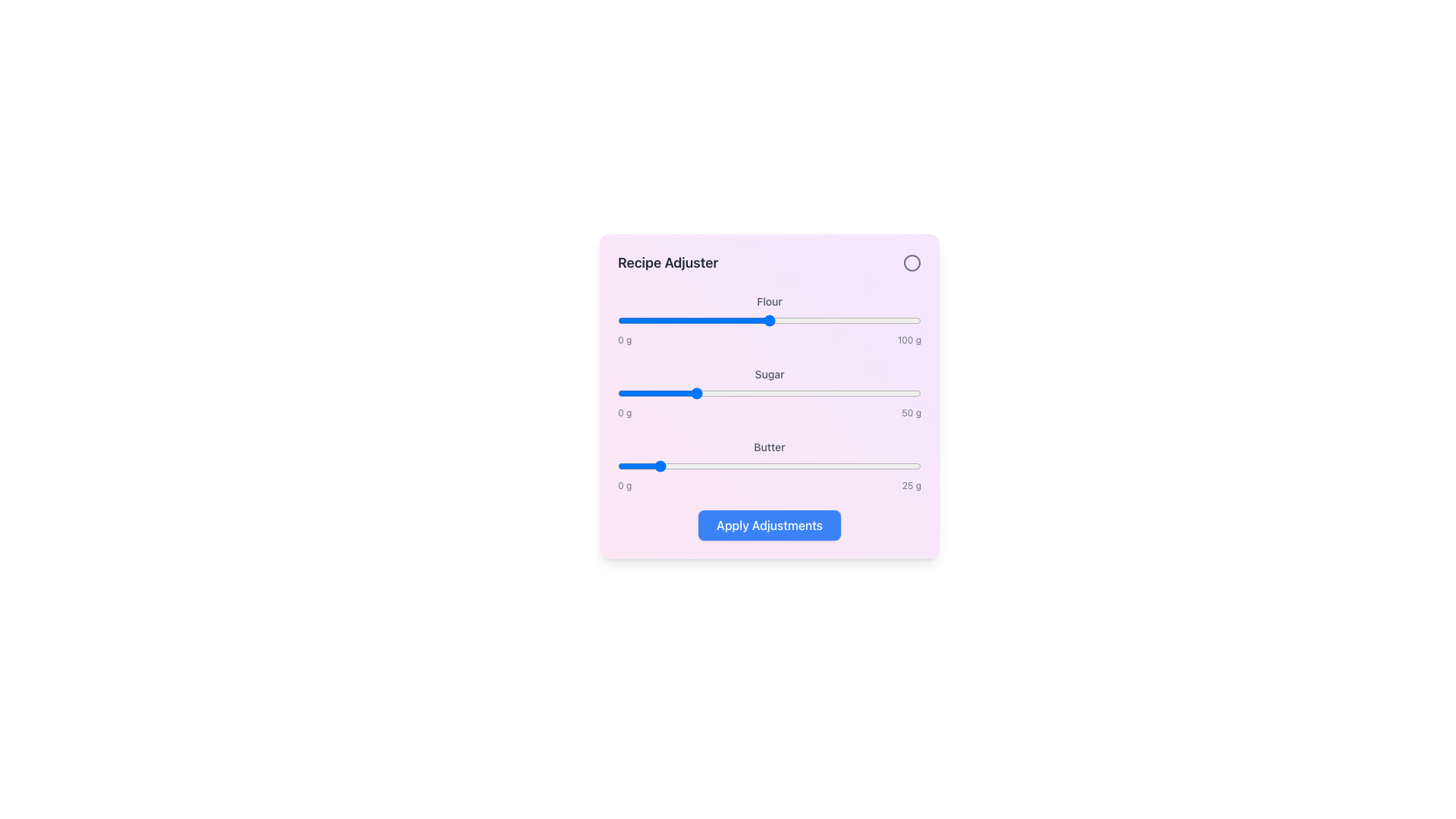  I want to click on Butter amount, so click(894, 465).